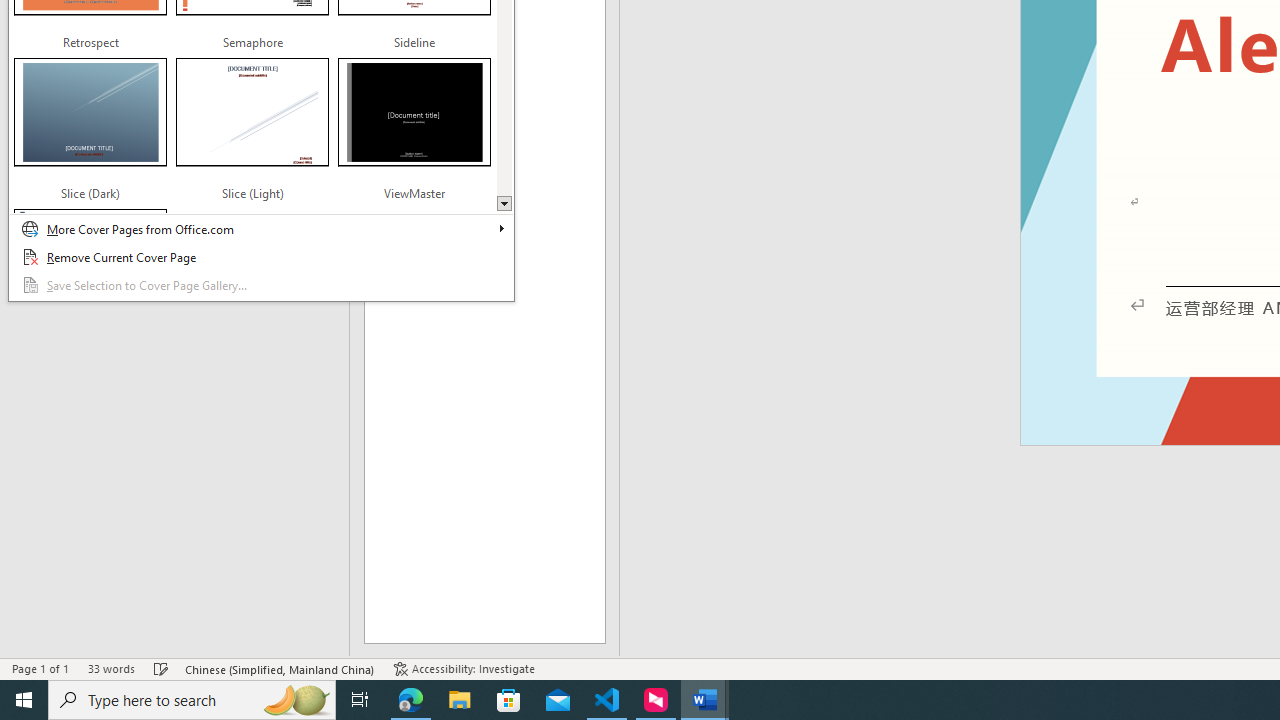 The width and height of the screenshot is (1280, 720). What do you see at coordinates (459, 698) in the screenshot?
I see `'File Explorer'` at bounding box center [459, 698].